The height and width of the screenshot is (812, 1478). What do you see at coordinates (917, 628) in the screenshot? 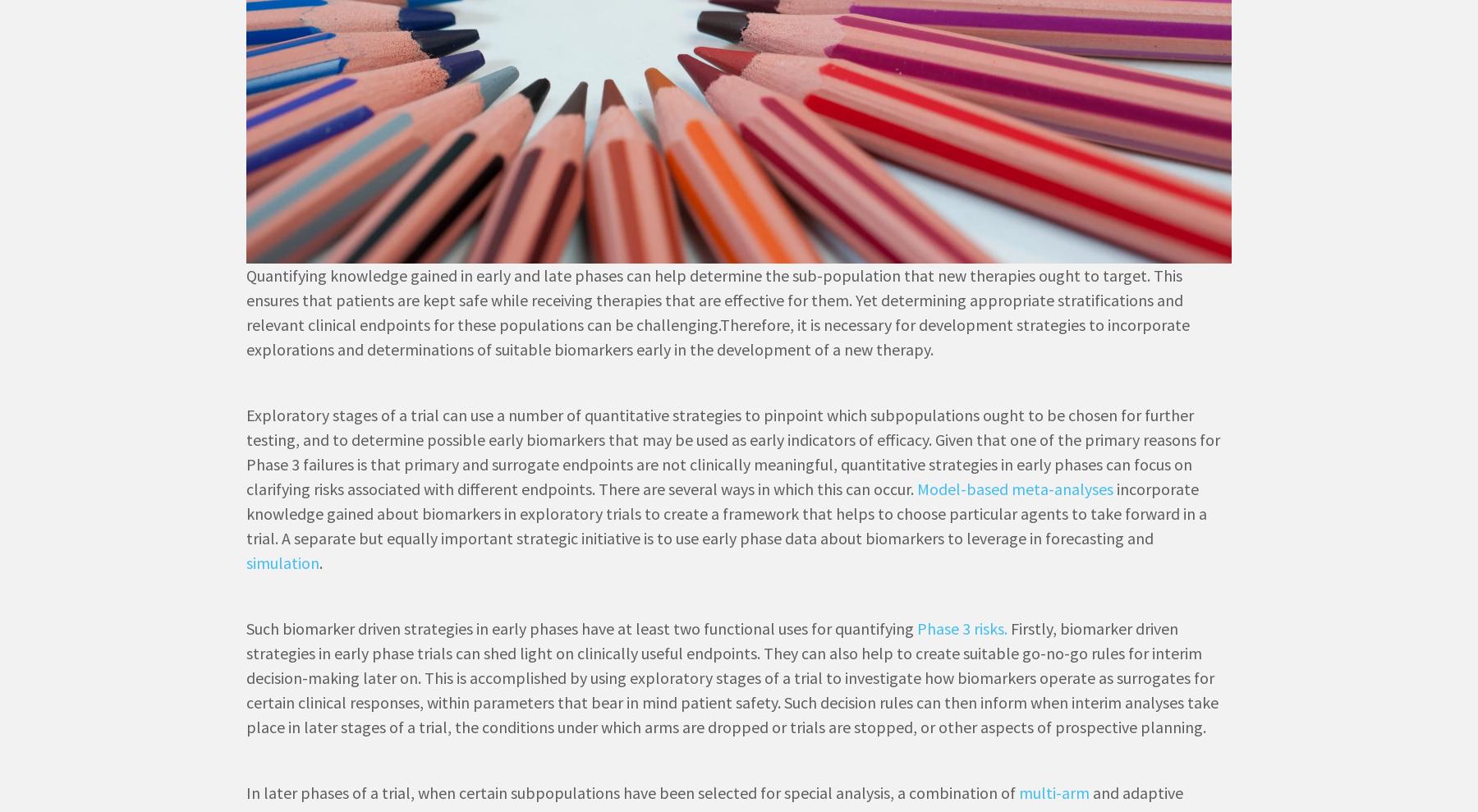
I see `'Phase 3 risks.'` at bounding box center [917, 628].